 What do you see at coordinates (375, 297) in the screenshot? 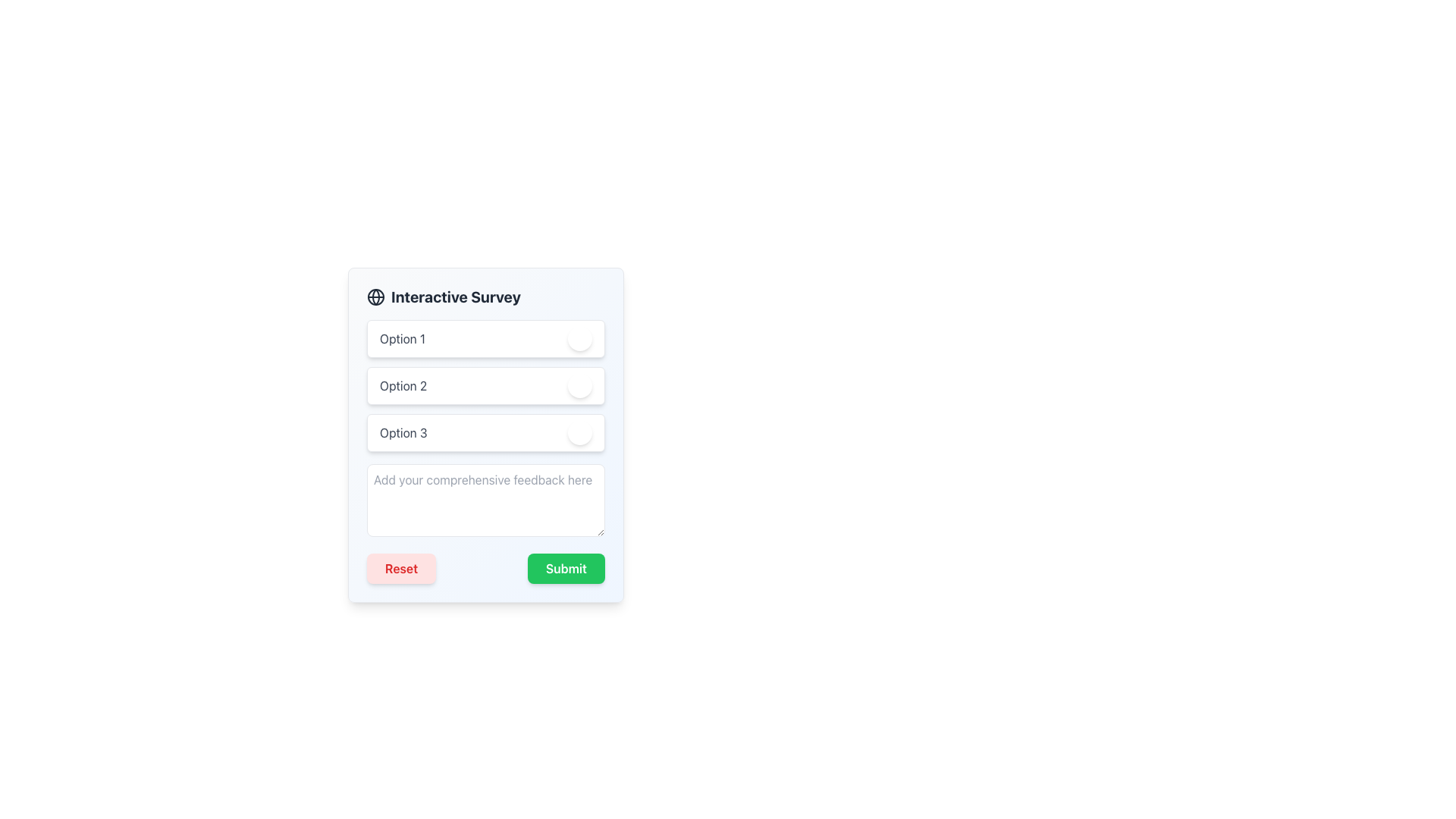
I see `the decorative icon representing a global or survey-related theme, located to the left of the 'Interactive Survey' text in the header of the survey form` at bounding box center [375, 297].